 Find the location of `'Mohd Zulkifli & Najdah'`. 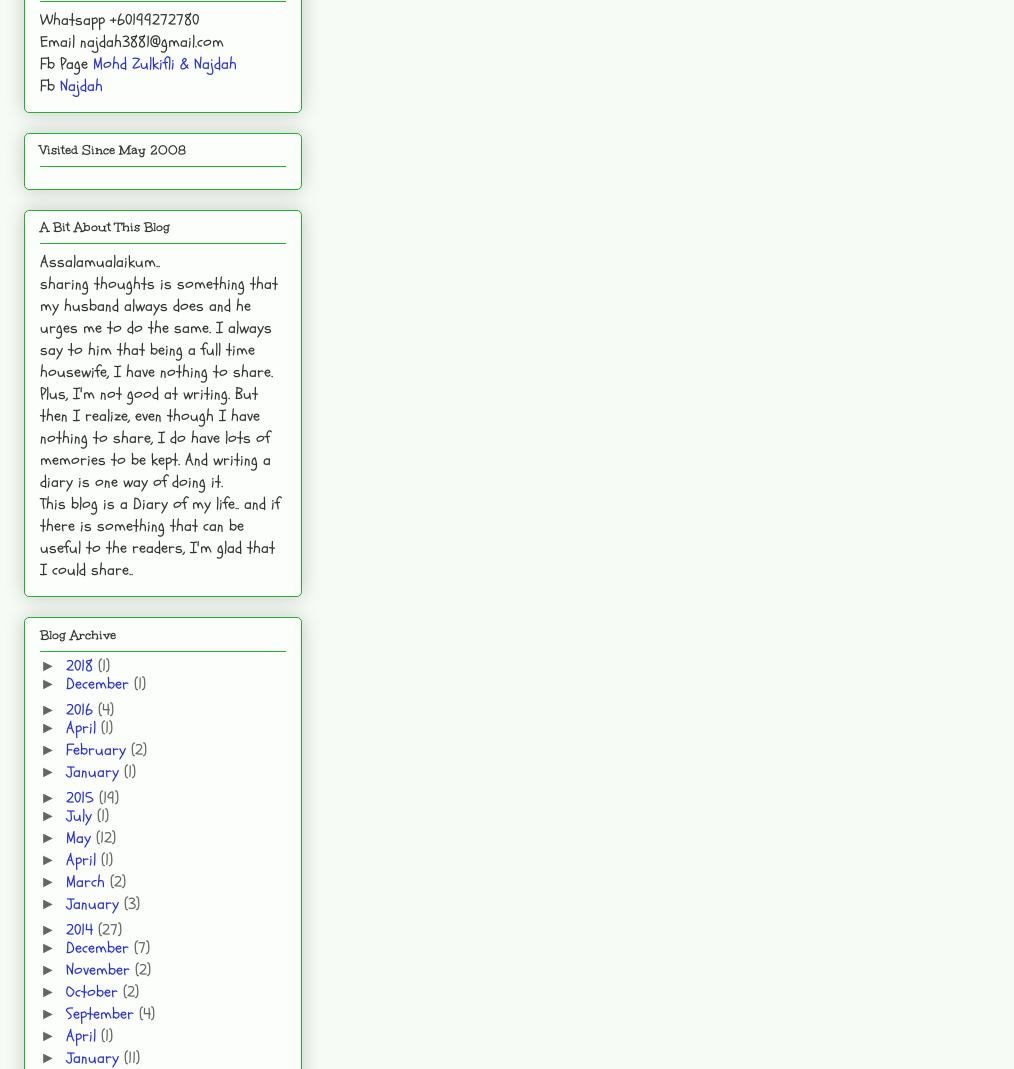

'Mohd Zulkifli & Najdah' is located at coordinates (164, 61).